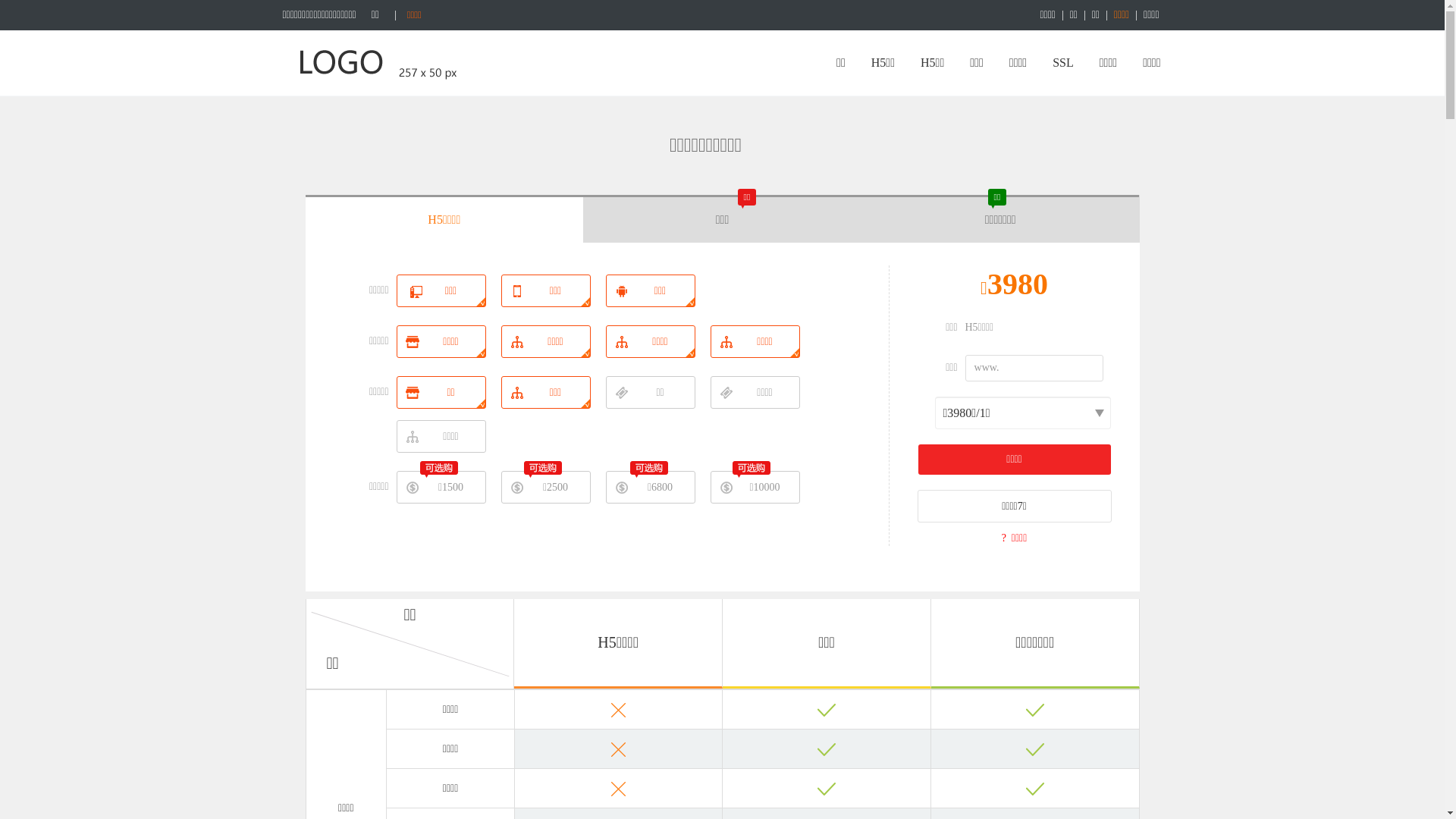 This screenshot has width=1456, height=819. I want to click on 'SSL', so click(1062, 62).